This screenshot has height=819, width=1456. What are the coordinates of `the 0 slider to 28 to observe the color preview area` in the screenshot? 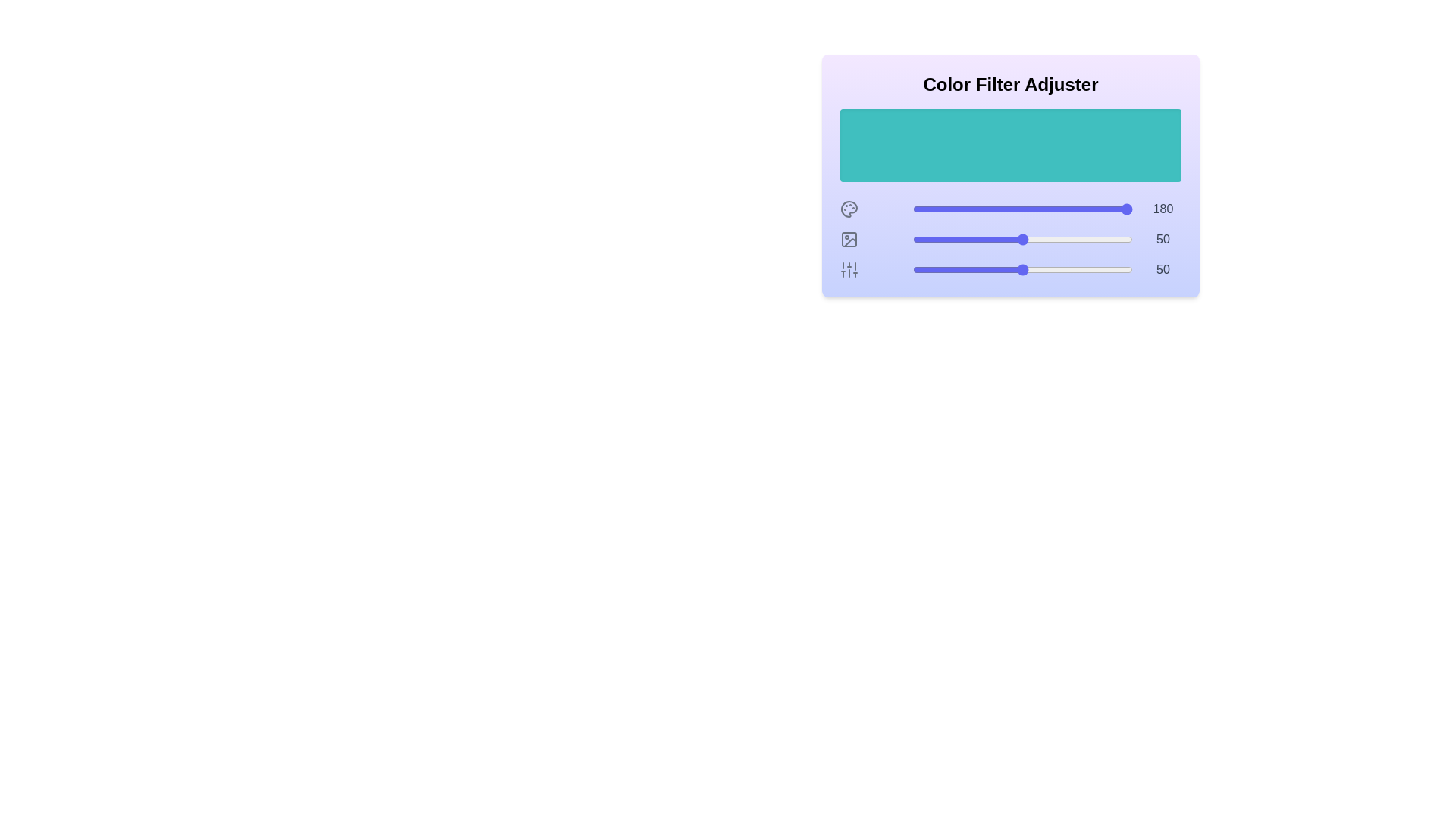 It's located at (974, 209).